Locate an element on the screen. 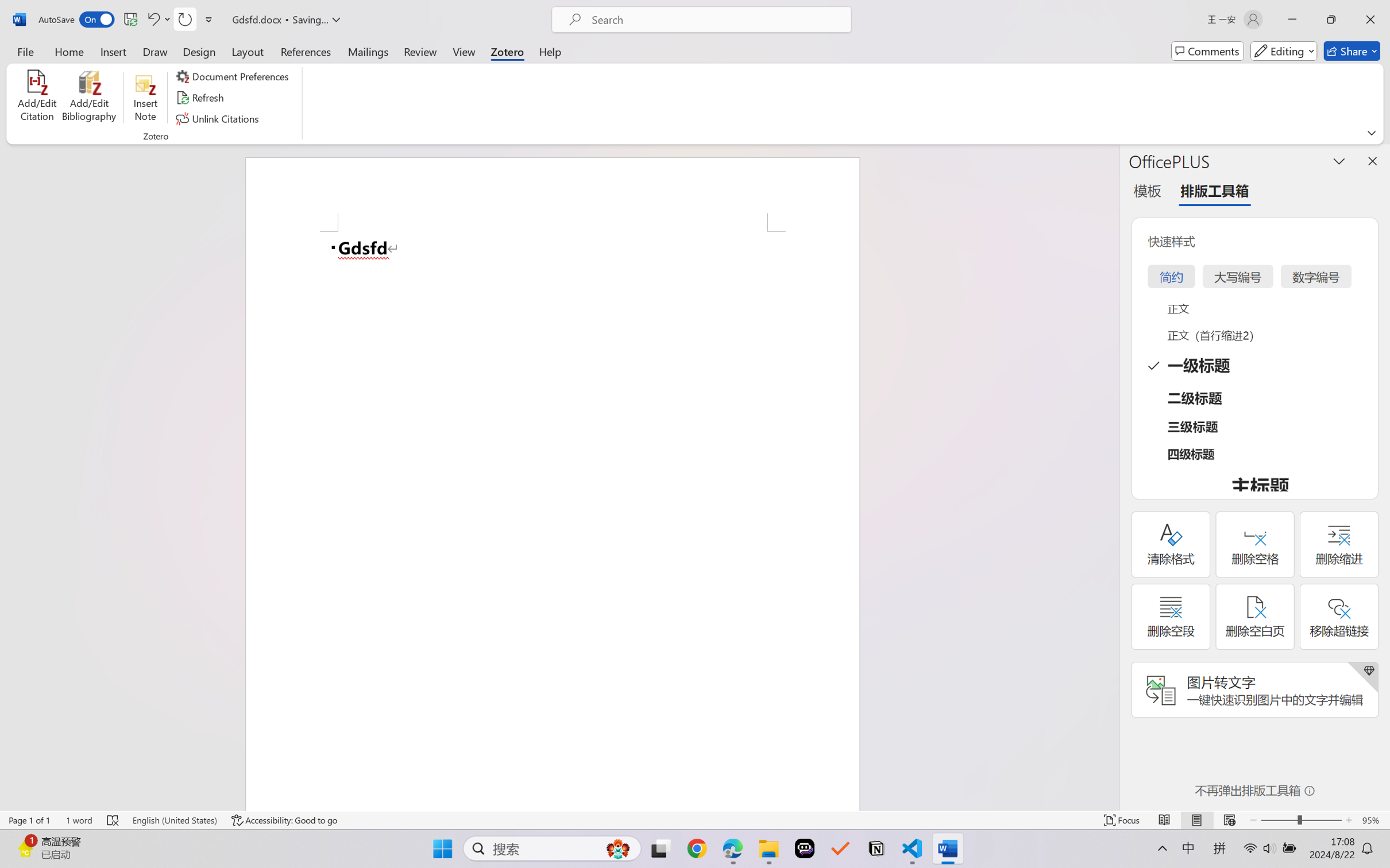 The image size is (1390, 868). 'Add/Edit Bibliography' is located at coordinates (88, 98).